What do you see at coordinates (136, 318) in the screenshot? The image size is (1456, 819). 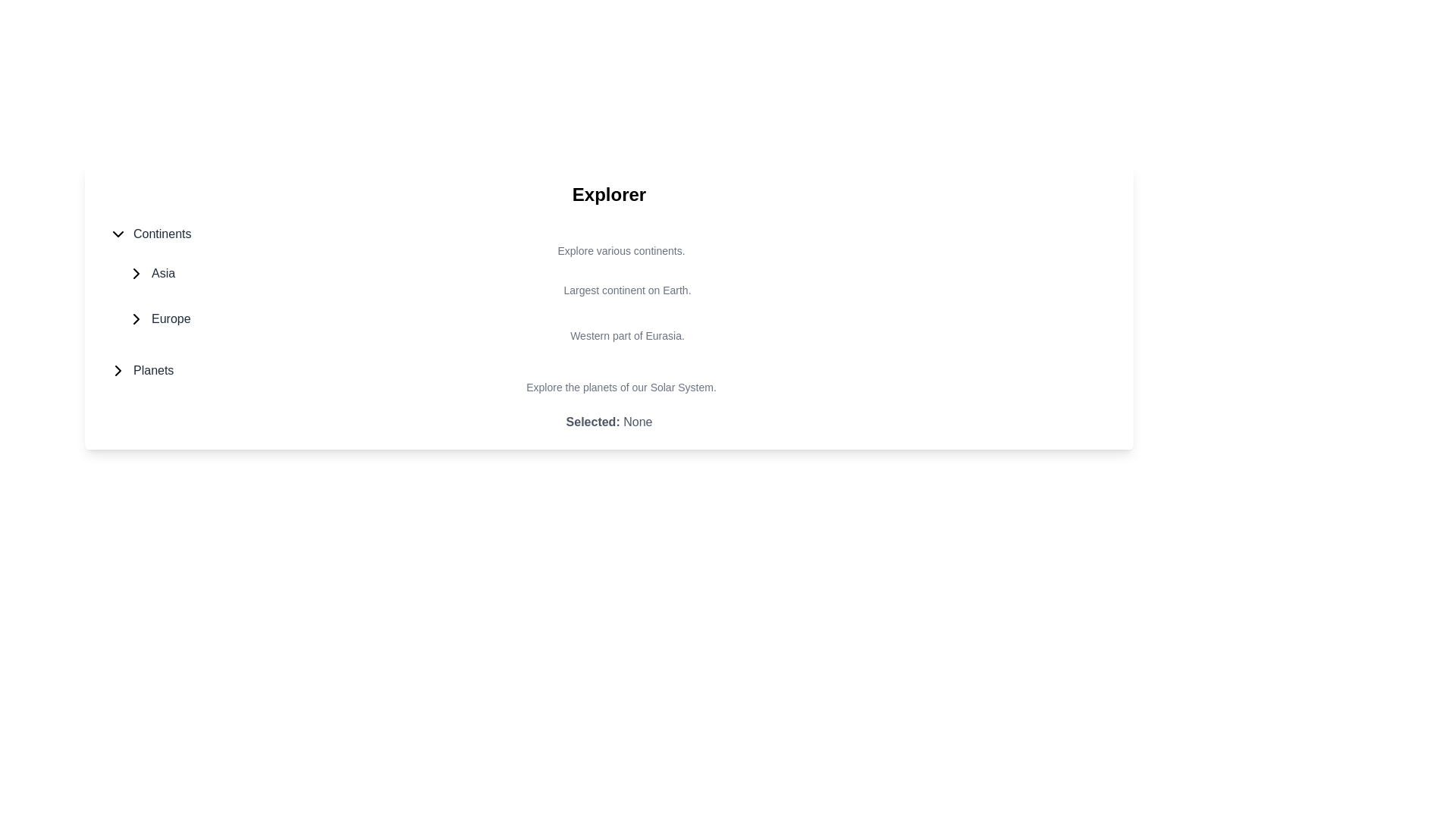 I see `the chevron-shaped right-pointing arrow icon in the navigation list, which is located to the left of the 'Europe' label` at bounding box center [136, 318].